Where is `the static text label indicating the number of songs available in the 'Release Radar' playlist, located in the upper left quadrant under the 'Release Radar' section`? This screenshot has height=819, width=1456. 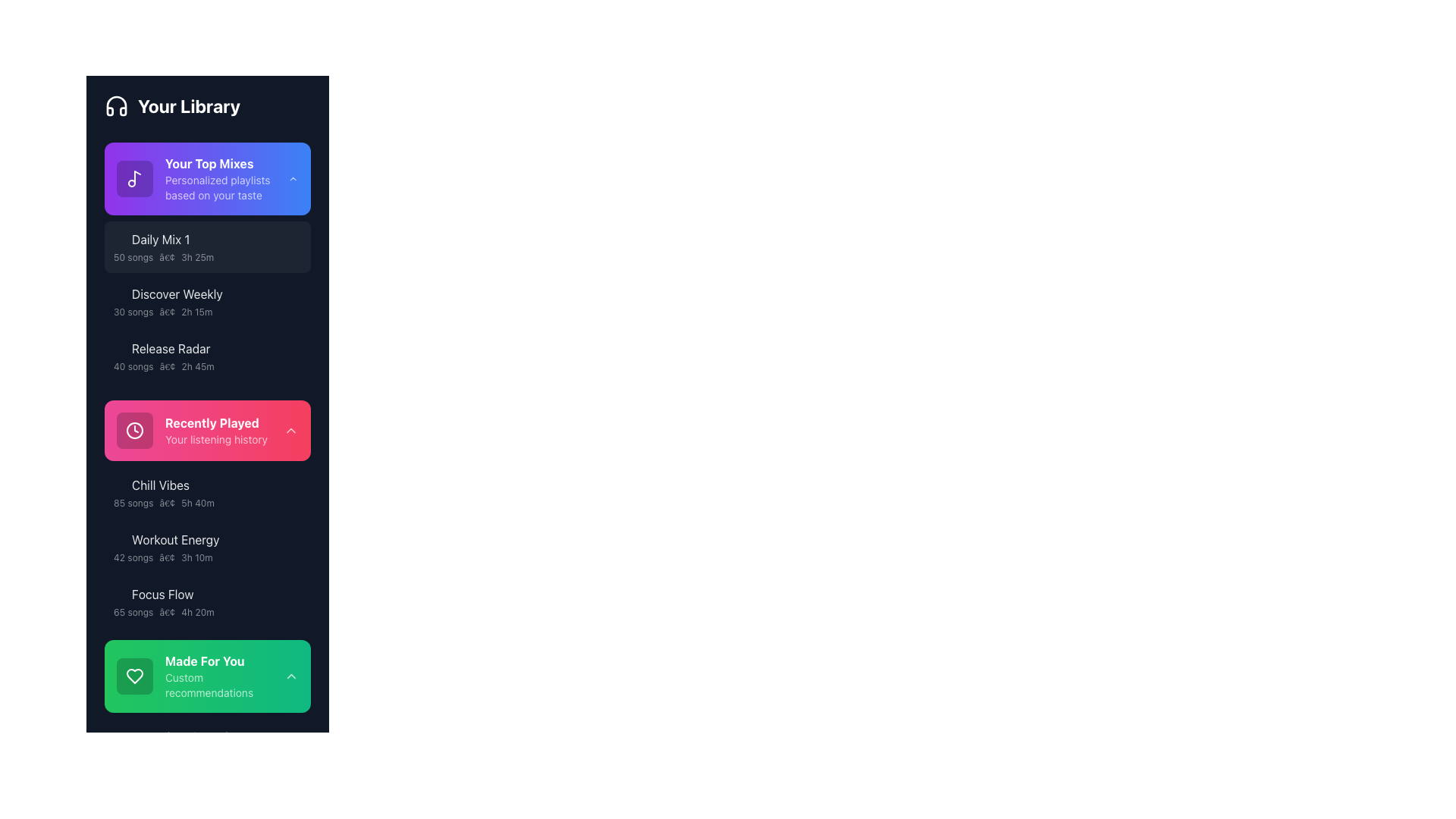
the static text label indicating the number of songs available in the 'Release Radar' playlist, located in the upper left quadrant under the 'Release Radar' section is located at coordinates (133, 366).